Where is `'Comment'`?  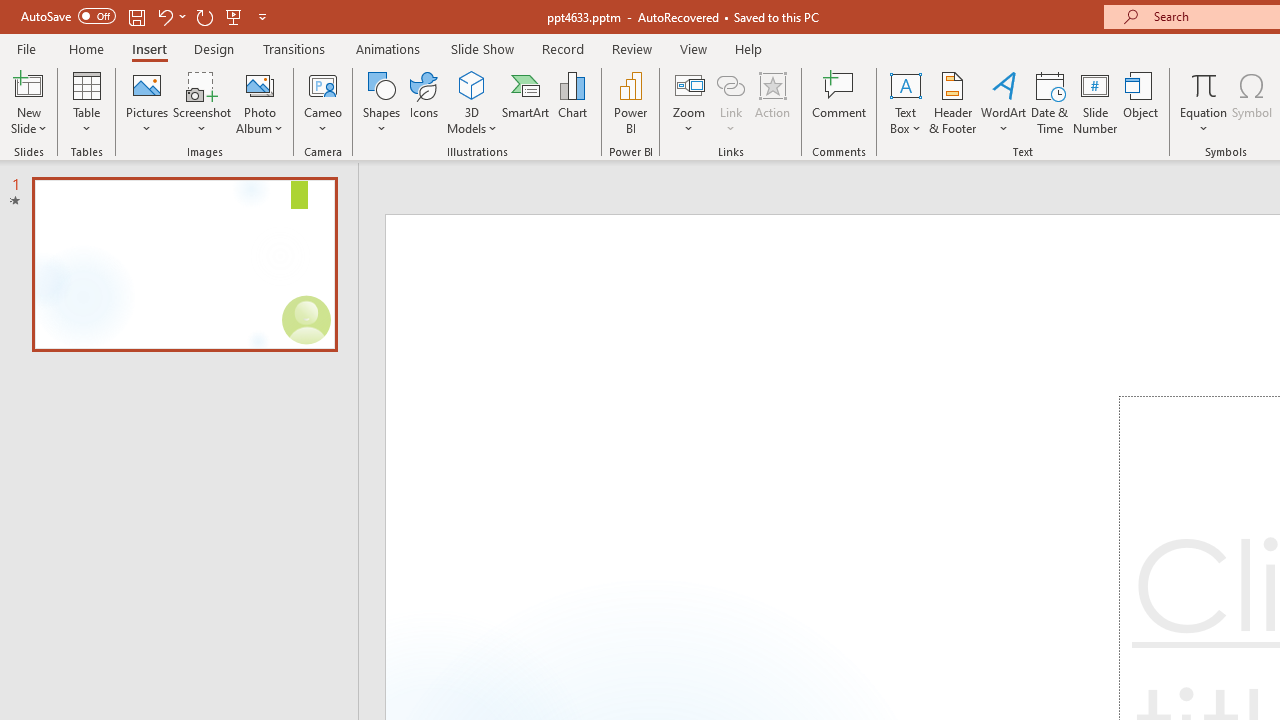 'Comment' is located at coordinates (839, 103).